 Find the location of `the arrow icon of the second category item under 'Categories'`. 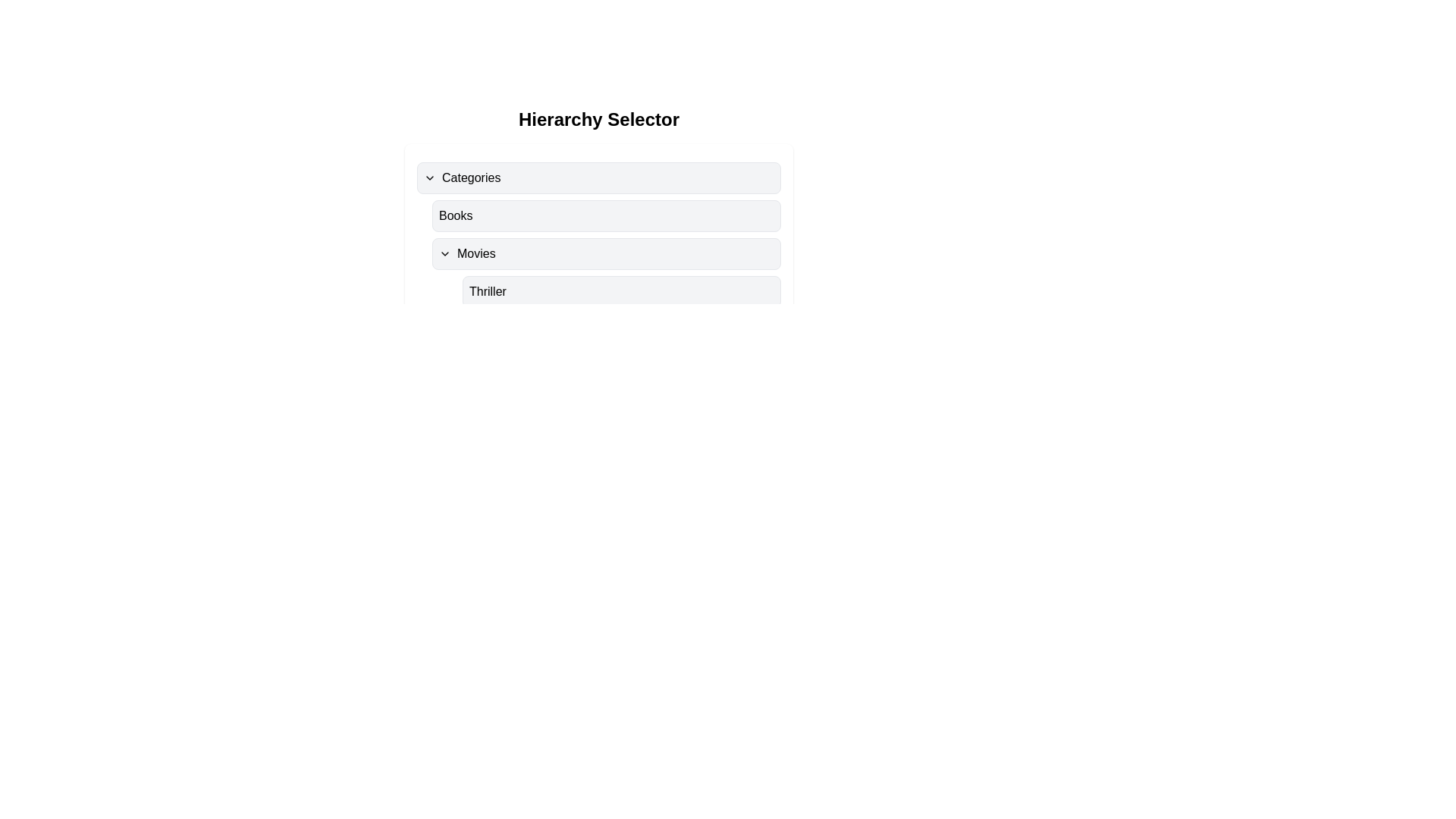

the arrow icon of the second category item under 'Categories' is located at coordinates (466, 253).